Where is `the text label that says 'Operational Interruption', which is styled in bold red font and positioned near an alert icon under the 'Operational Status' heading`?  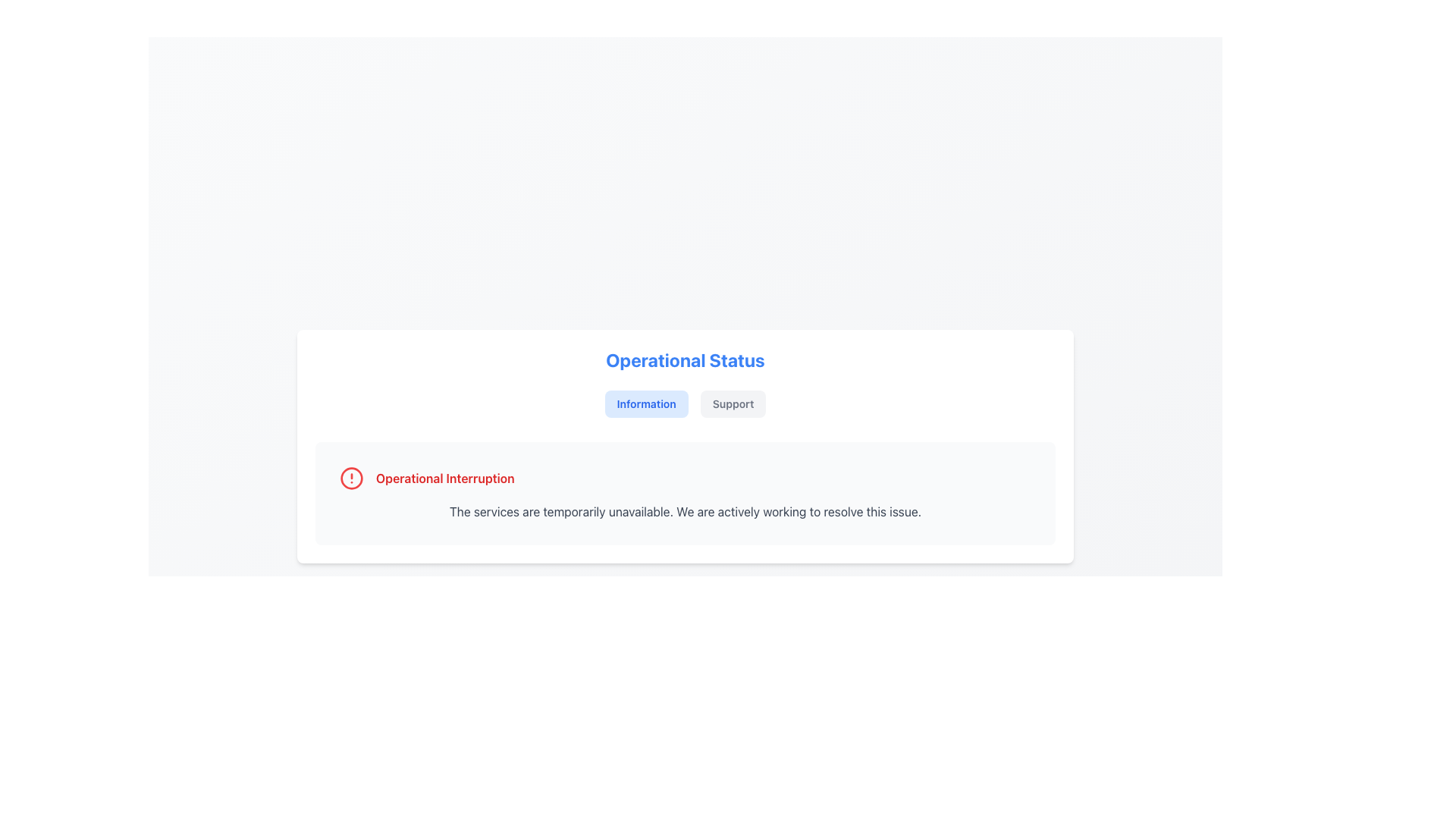 the text label that says 'Operational Interruption', which is styled in bold red font and positioned near an alert icon under the 'Operational Status' heading is located at coordinates (444, 479).